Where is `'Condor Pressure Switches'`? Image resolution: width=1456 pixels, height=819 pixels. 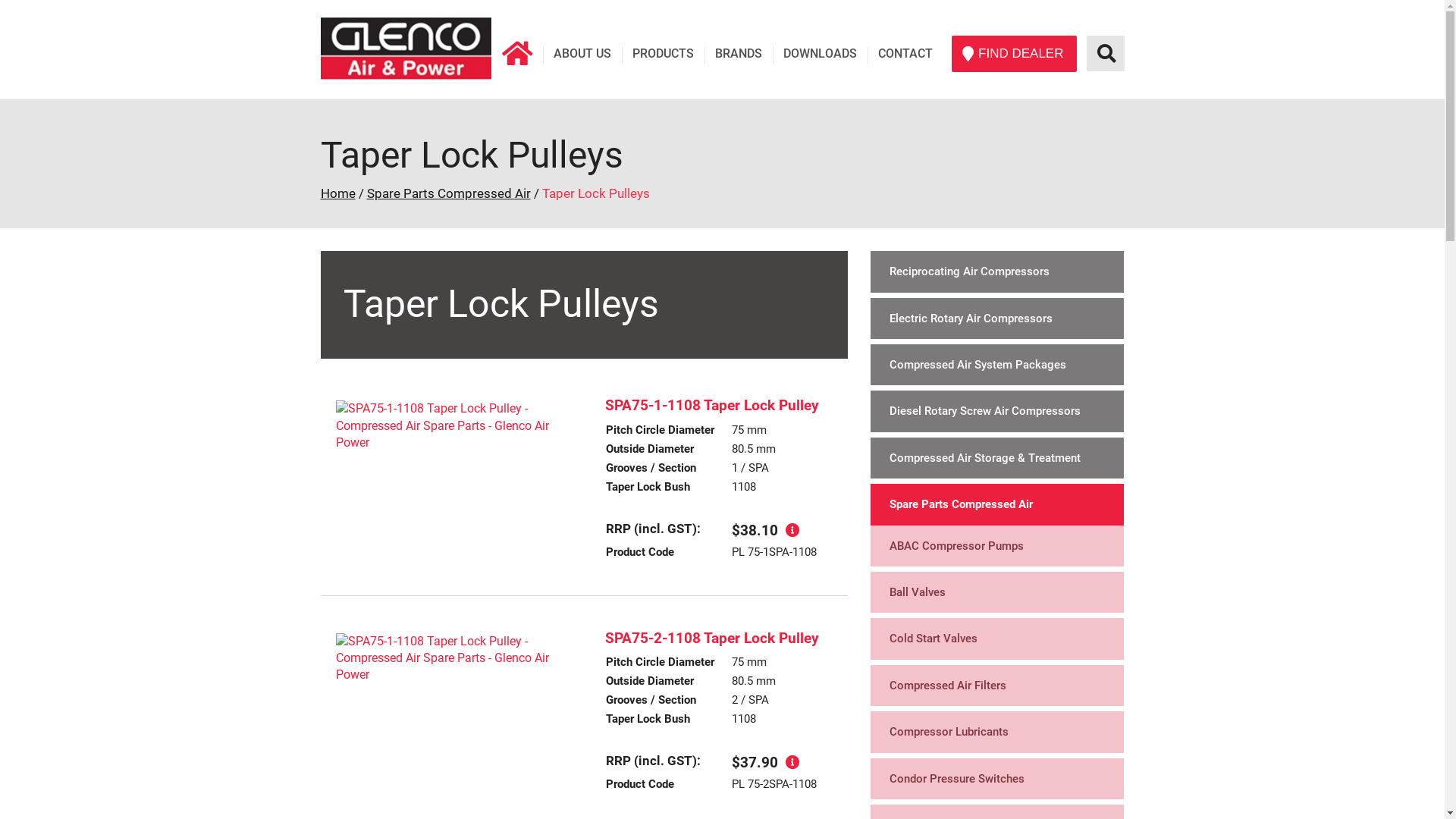 'Condor Pressure Switches' is located at coordinates (997, 778).